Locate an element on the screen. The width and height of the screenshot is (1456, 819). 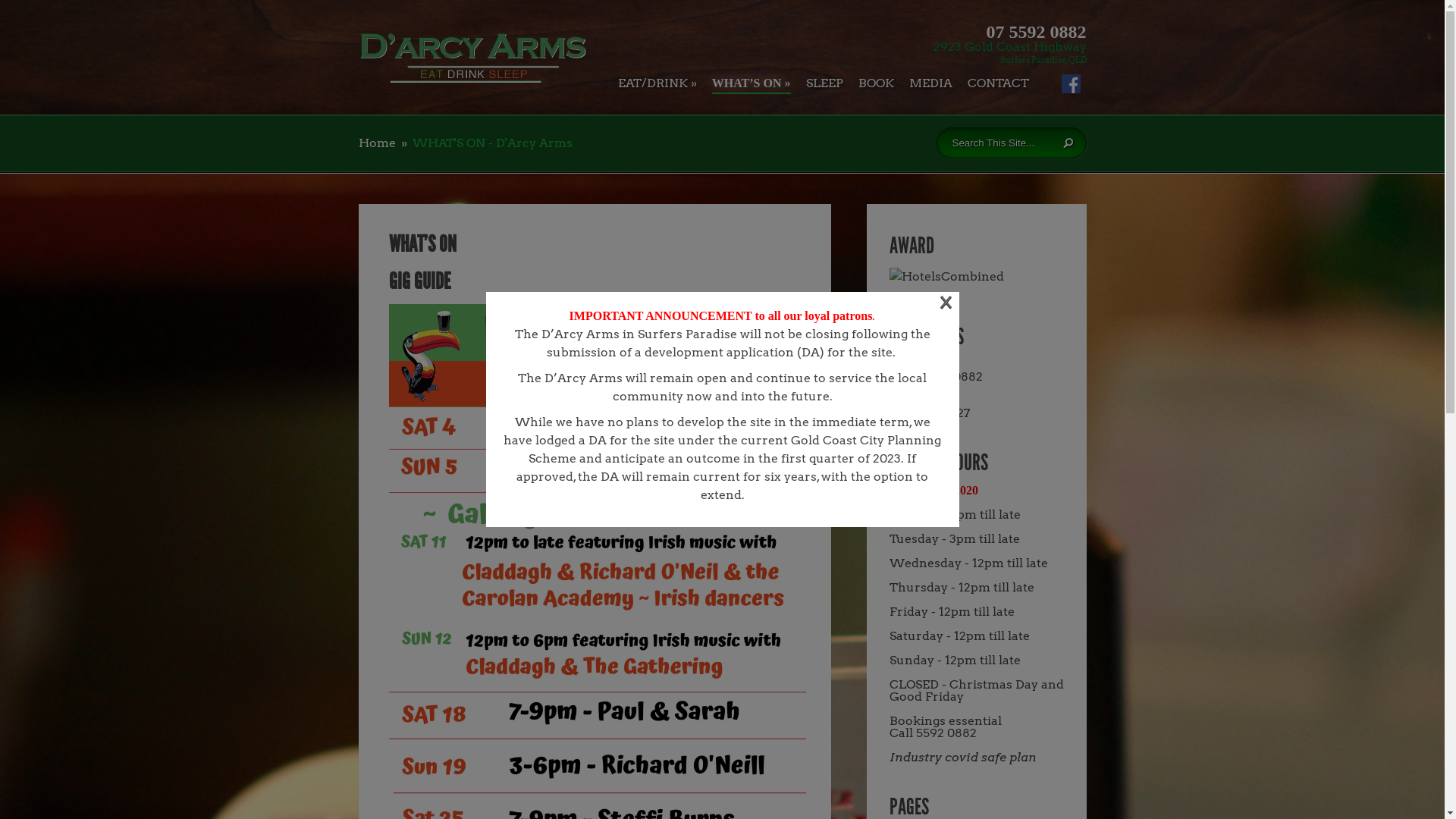
'Home' is located at coordinates (376, 143).